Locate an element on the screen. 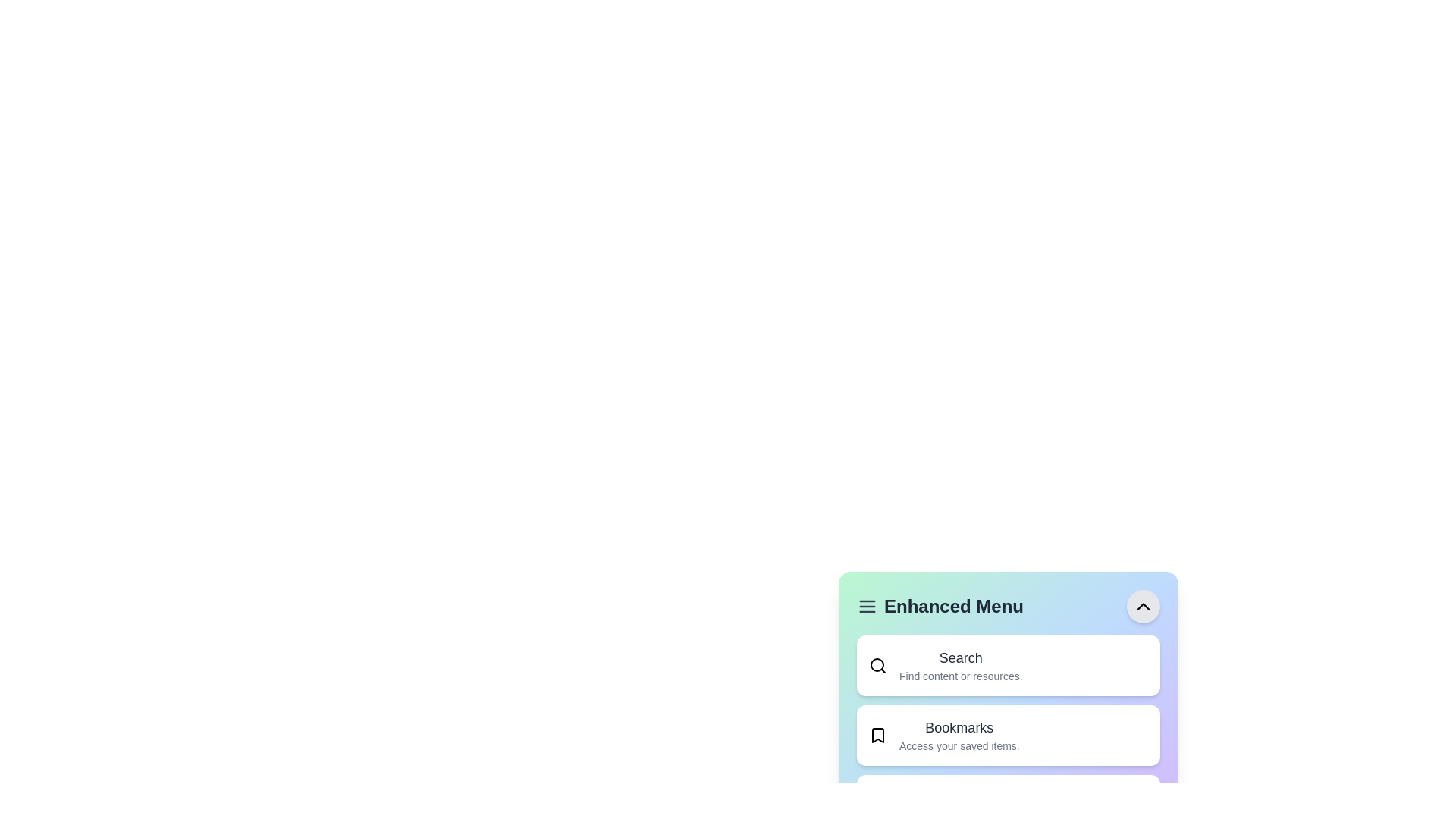  the button with the upward chevron icon to collapse the menu is located at coordinates (1143, 605).